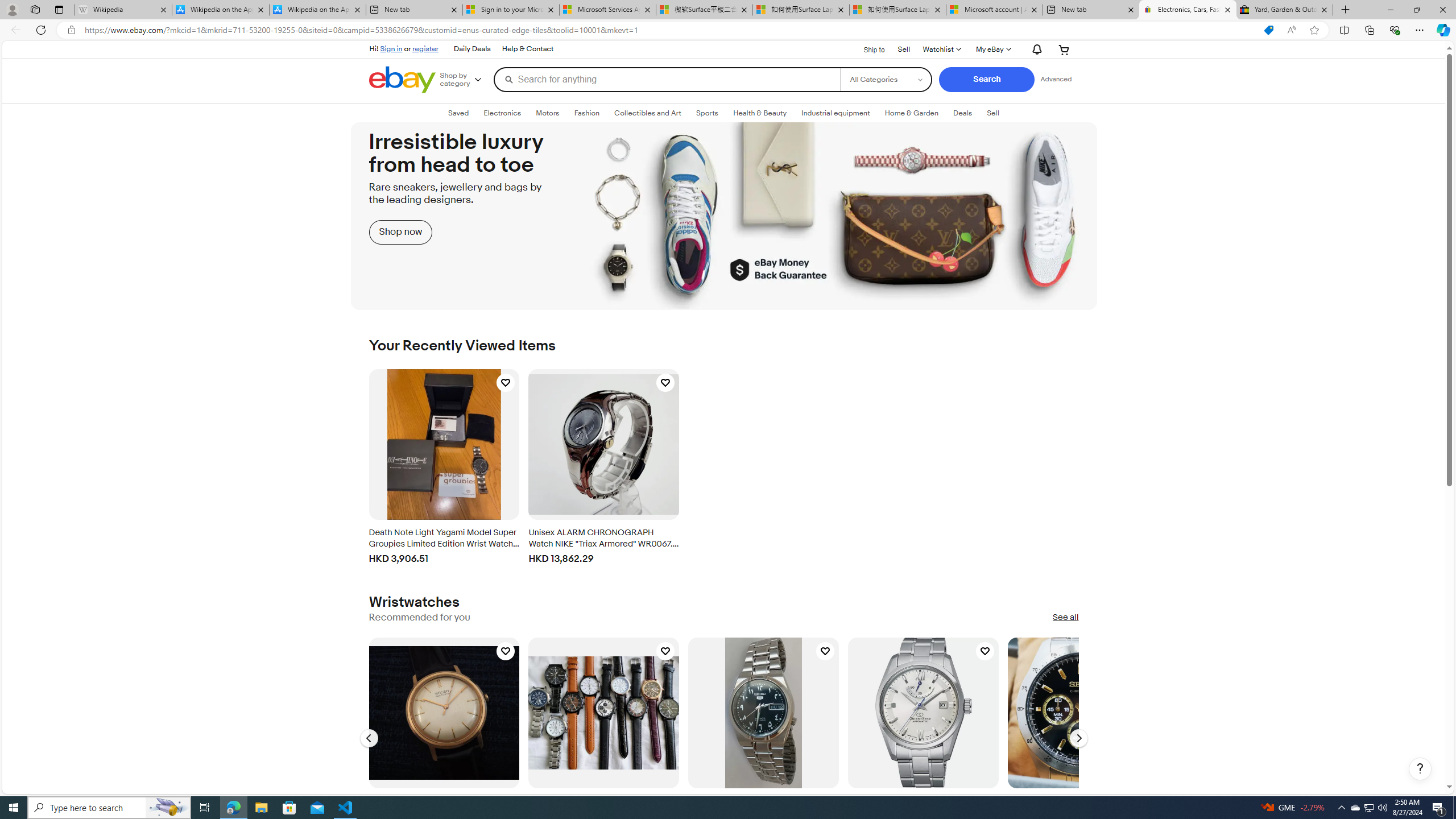 This screenshot has height=819, width=1456. I want to click on 'My eBay', so click(992, 49).